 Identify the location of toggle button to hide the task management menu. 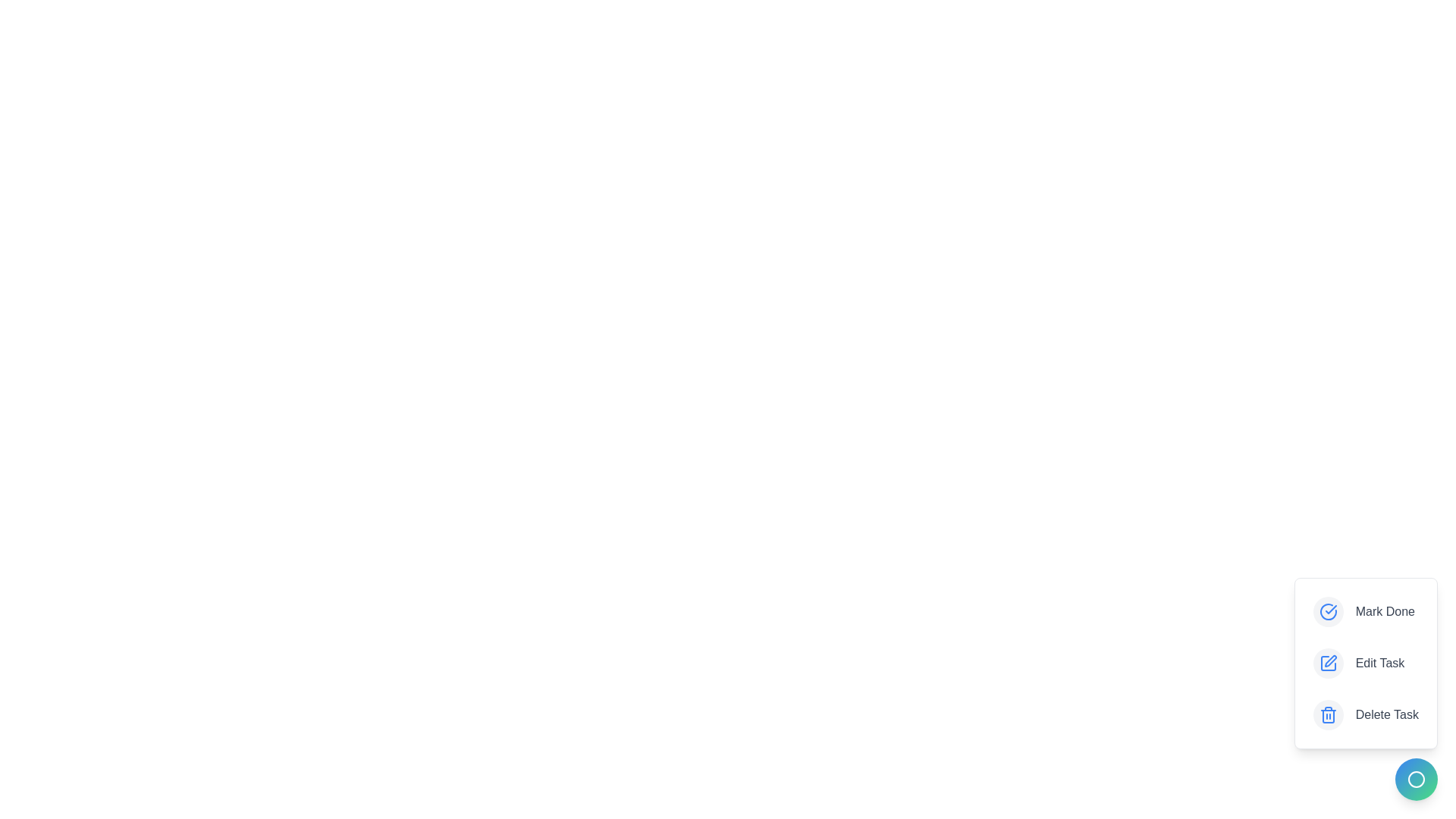
(1415, 780).